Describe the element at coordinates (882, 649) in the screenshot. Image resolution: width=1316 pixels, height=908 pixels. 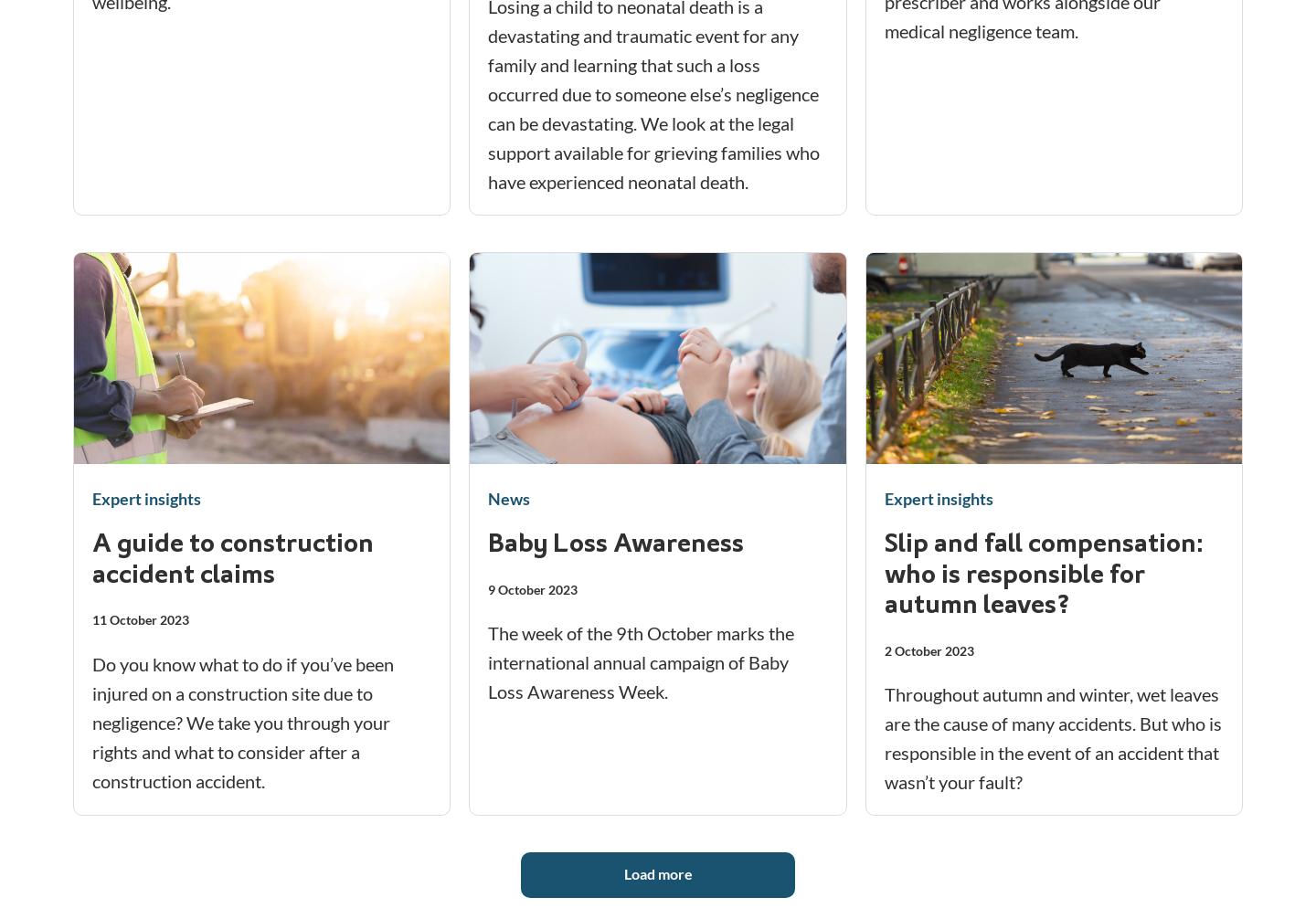
I see `'2 October 2023'` at that location.